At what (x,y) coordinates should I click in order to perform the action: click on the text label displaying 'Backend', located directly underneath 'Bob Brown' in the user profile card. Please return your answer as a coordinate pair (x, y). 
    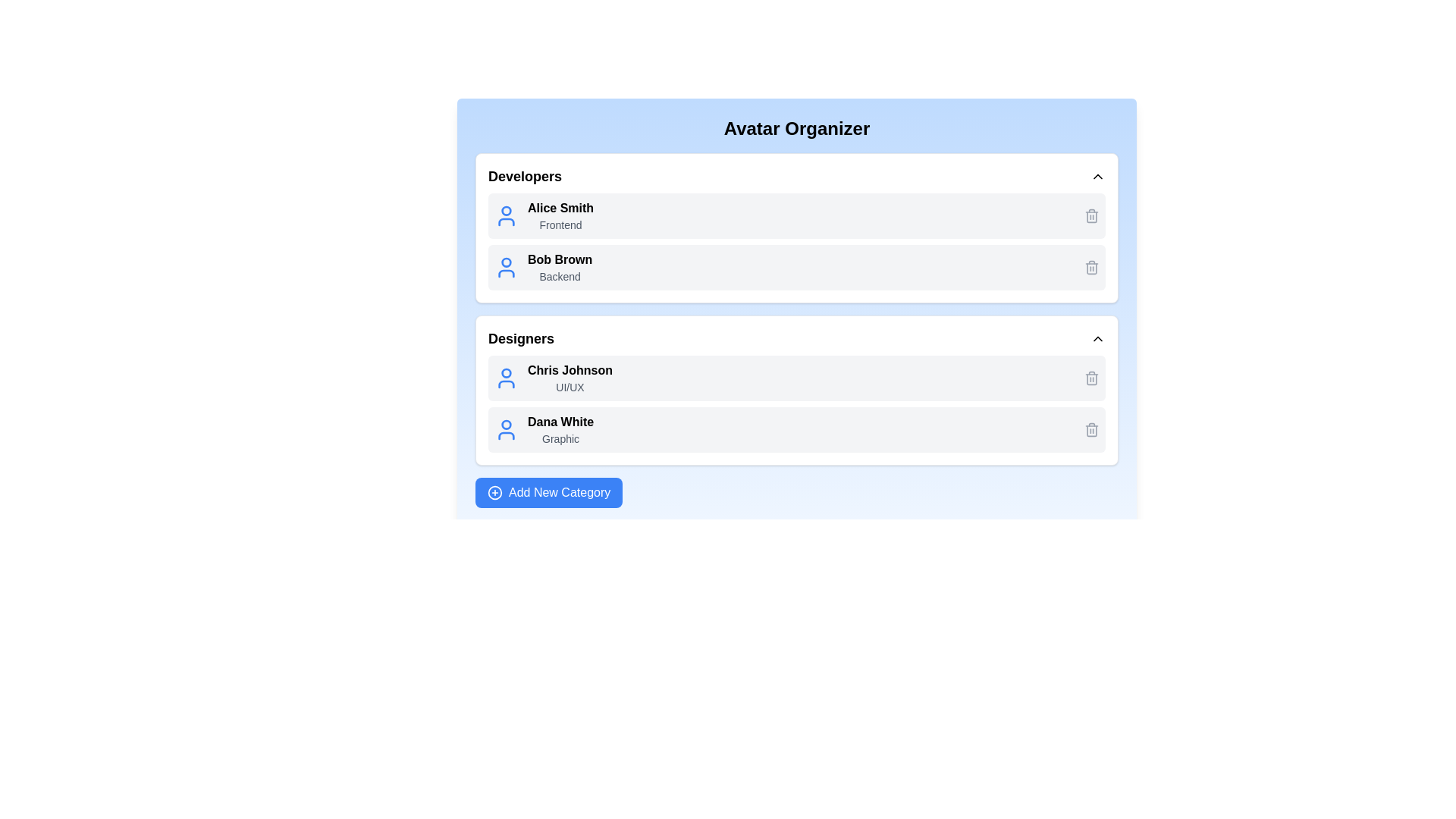
    Looking at the image, I should click on (559, 277).